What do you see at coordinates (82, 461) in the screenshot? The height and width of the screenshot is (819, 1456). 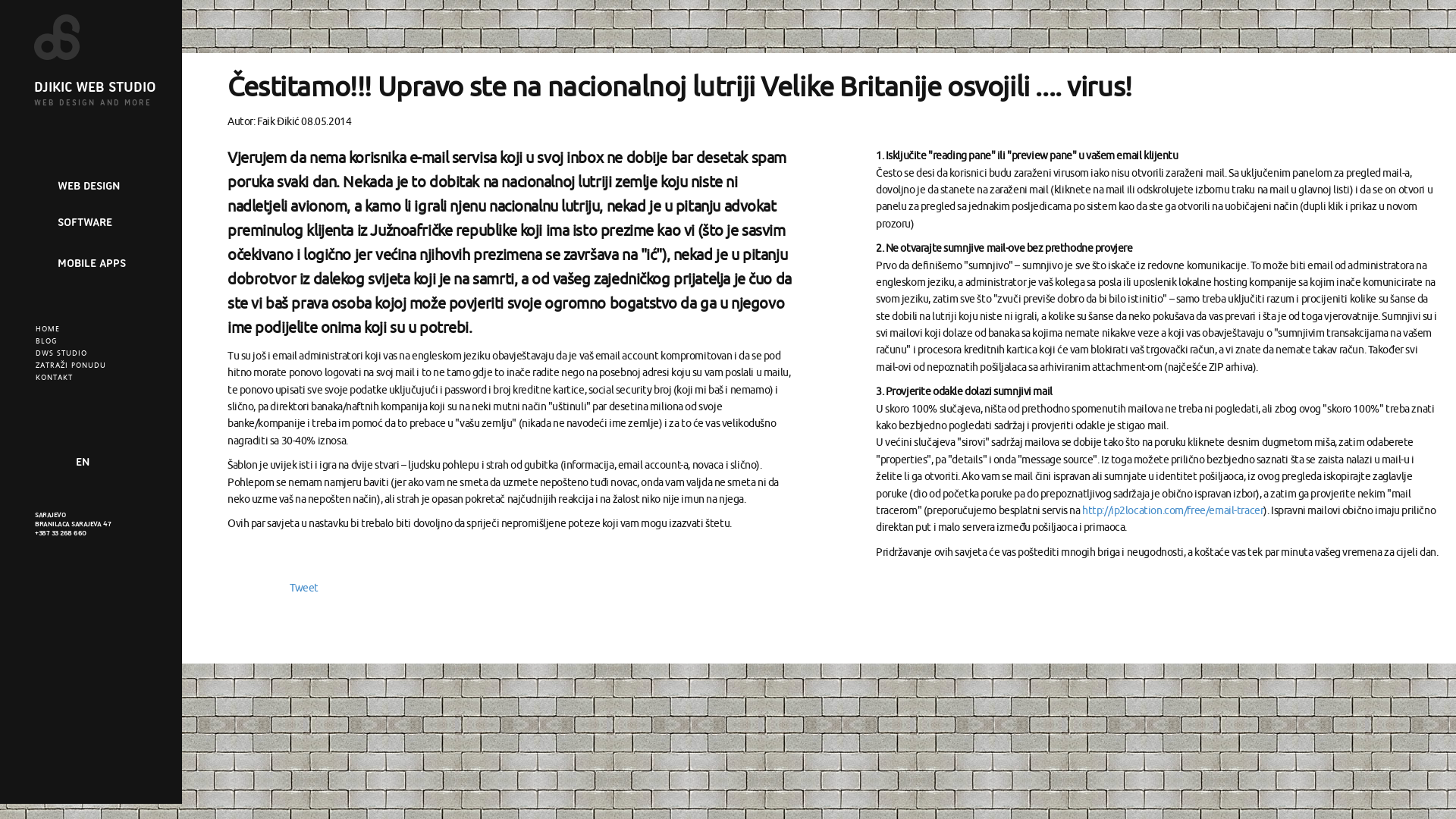 I see `'EN'` at bounding box center [82, 461].